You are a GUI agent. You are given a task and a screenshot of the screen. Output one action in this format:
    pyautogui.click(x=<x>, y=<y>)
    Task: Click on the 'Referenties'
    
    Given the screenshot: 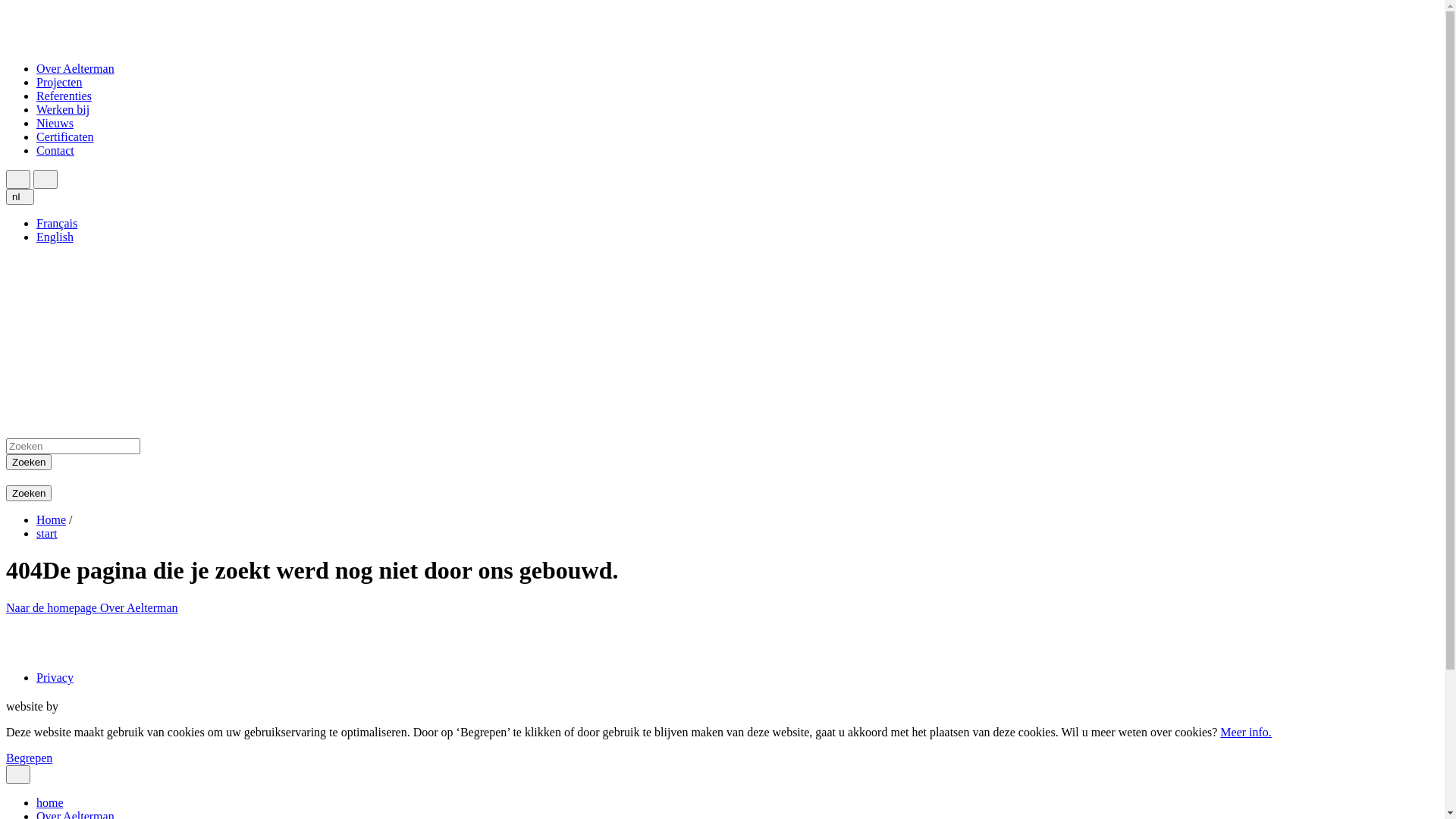 What is the action you would take?
    pyautogui.click(x=63, y=96)
    